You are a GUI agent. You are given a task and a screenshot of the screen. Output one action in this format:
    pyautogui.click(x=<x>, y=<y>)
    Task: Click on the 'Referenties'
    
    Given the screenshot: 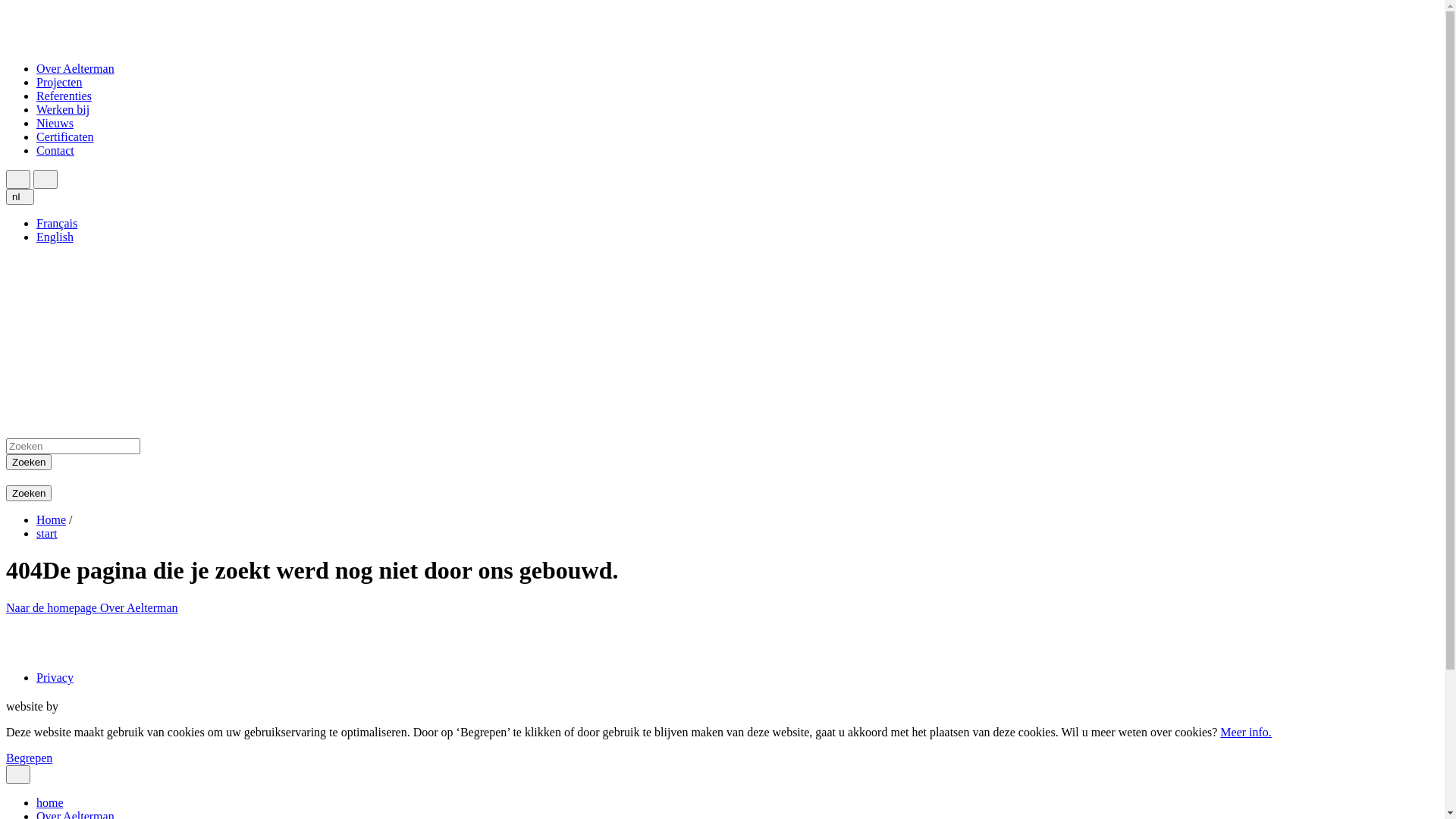 What is the action you would take?
    pyautogui.click(x=63, y=96)
    